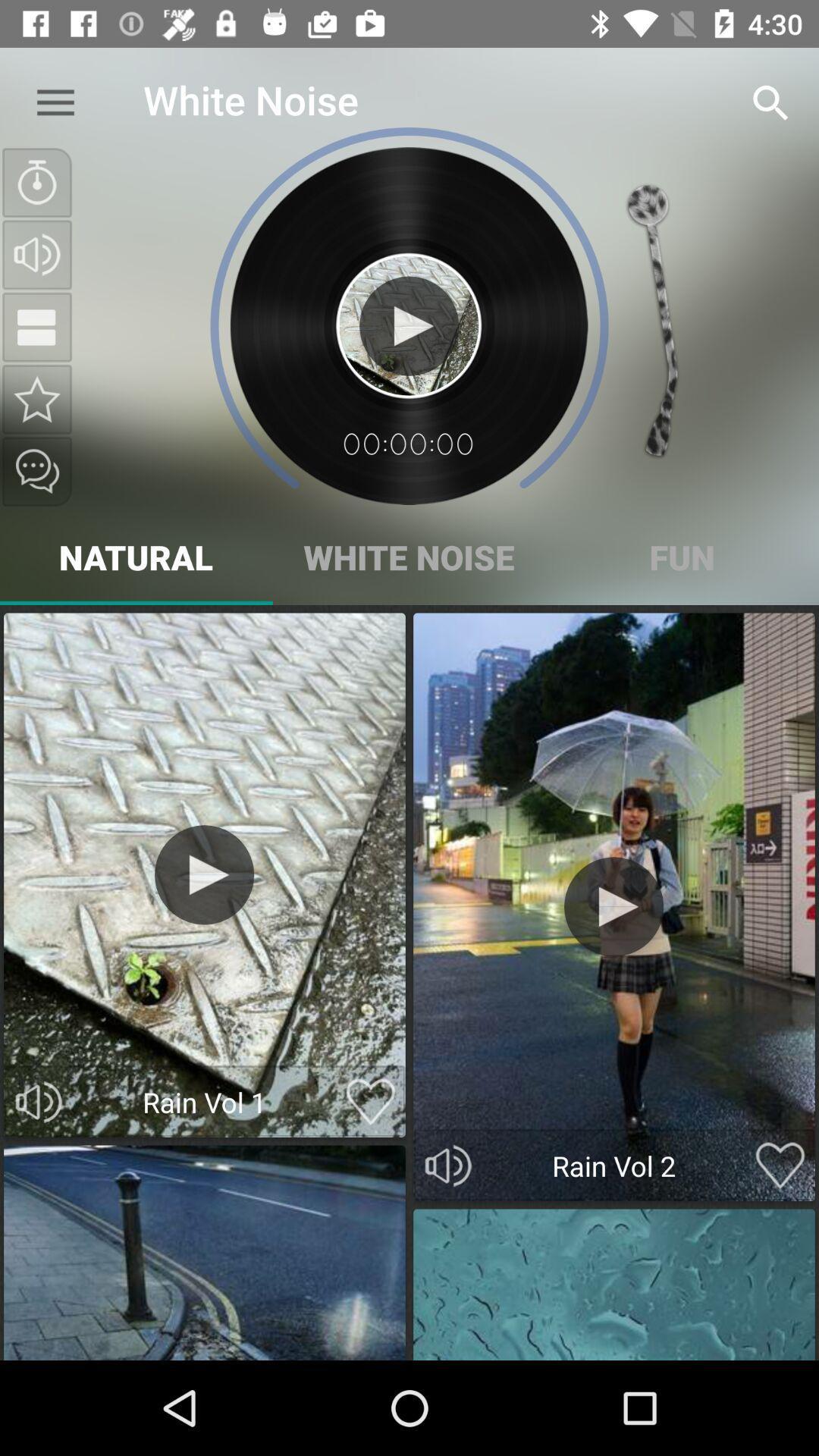 The width and height of the screenshot is (819, 1456). Describe the element at coordinates (36, 326) in the screenshot. I see `the national_flag icon` at that location.